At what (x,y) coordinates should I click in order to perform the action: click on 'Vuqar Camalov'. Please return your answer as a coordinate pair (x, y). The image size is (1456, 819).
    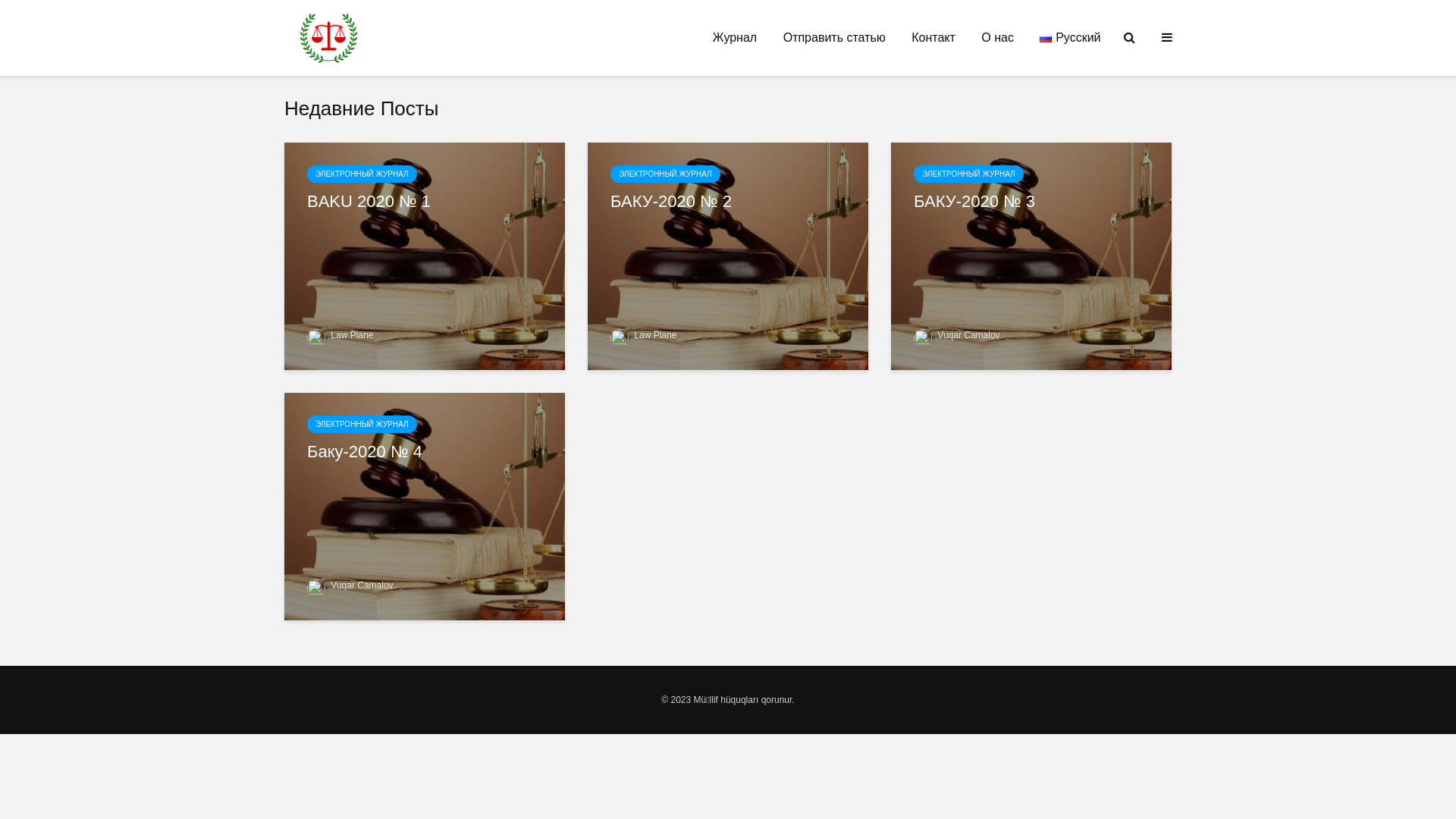
    Looking at the image, I should click on (956, 334).